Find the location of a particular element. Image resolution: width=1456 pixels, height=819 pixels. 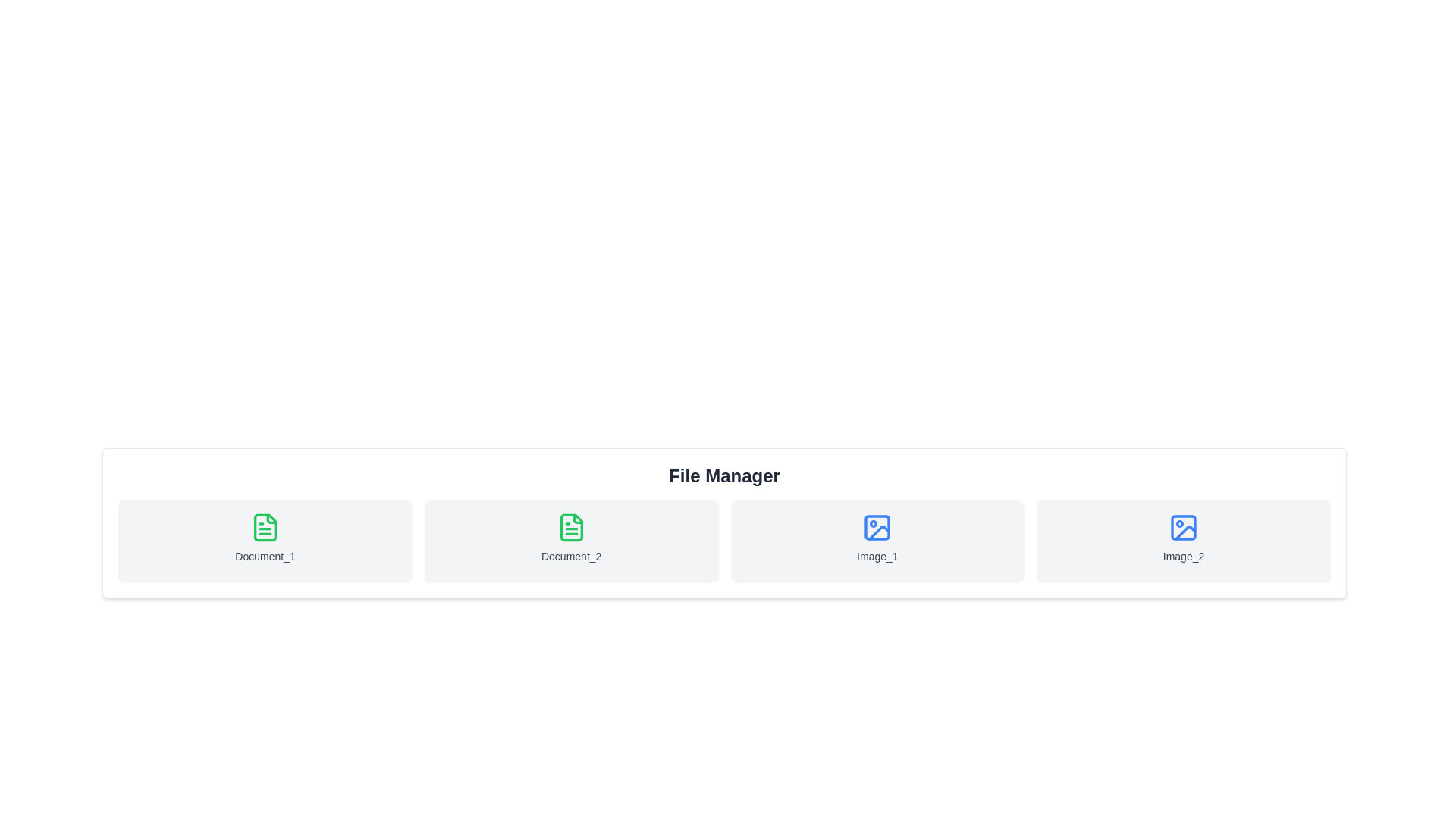

text label displaying 'Image_1' which is in a small gray font, located below the image icon, centered horizontally is located at coordinates (877, 556).